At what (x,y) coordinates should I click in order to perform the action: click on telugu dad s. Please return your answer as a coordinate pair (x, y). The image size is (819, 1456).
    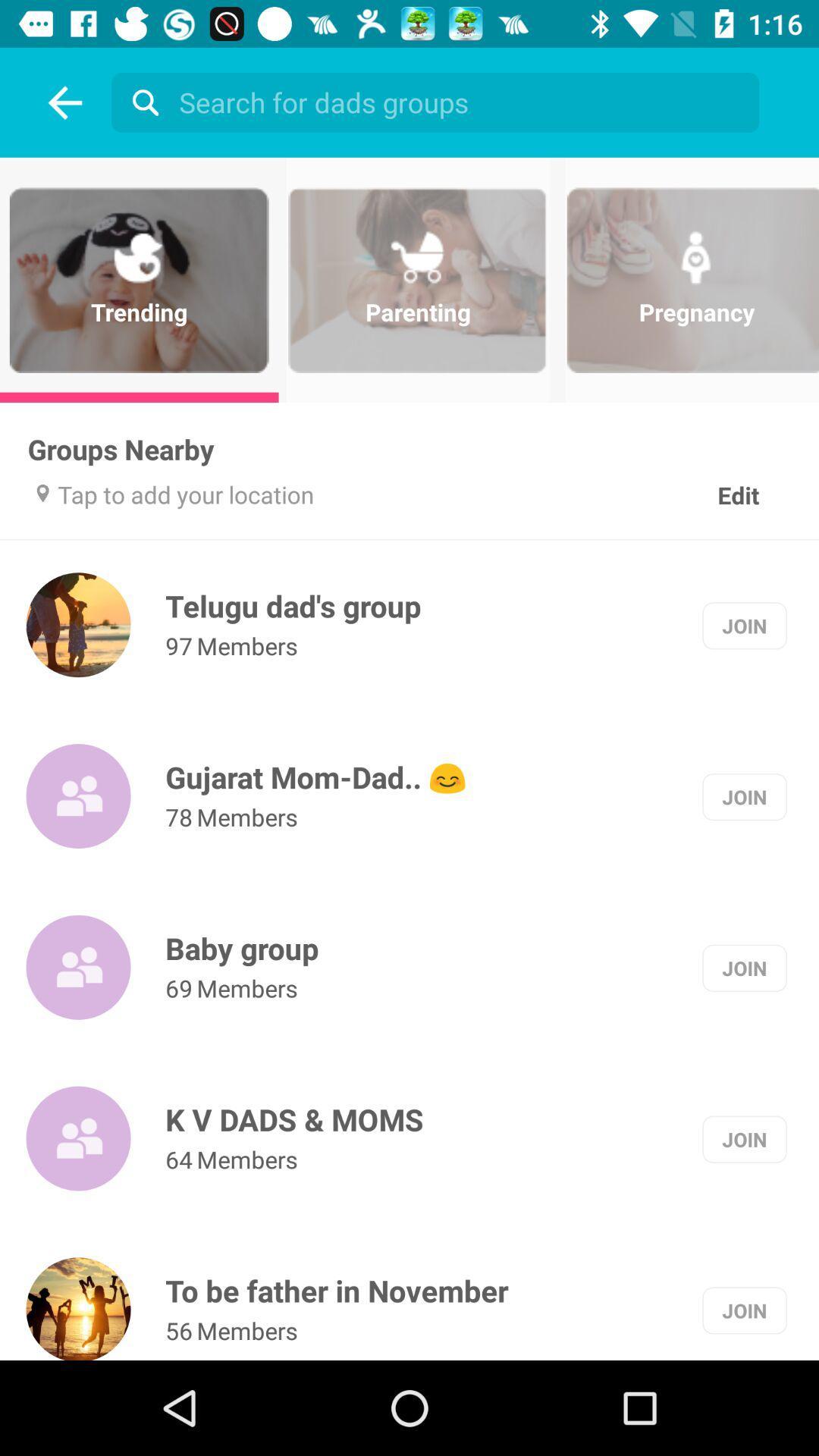
    Looking at the image, I should click on (293, 605).